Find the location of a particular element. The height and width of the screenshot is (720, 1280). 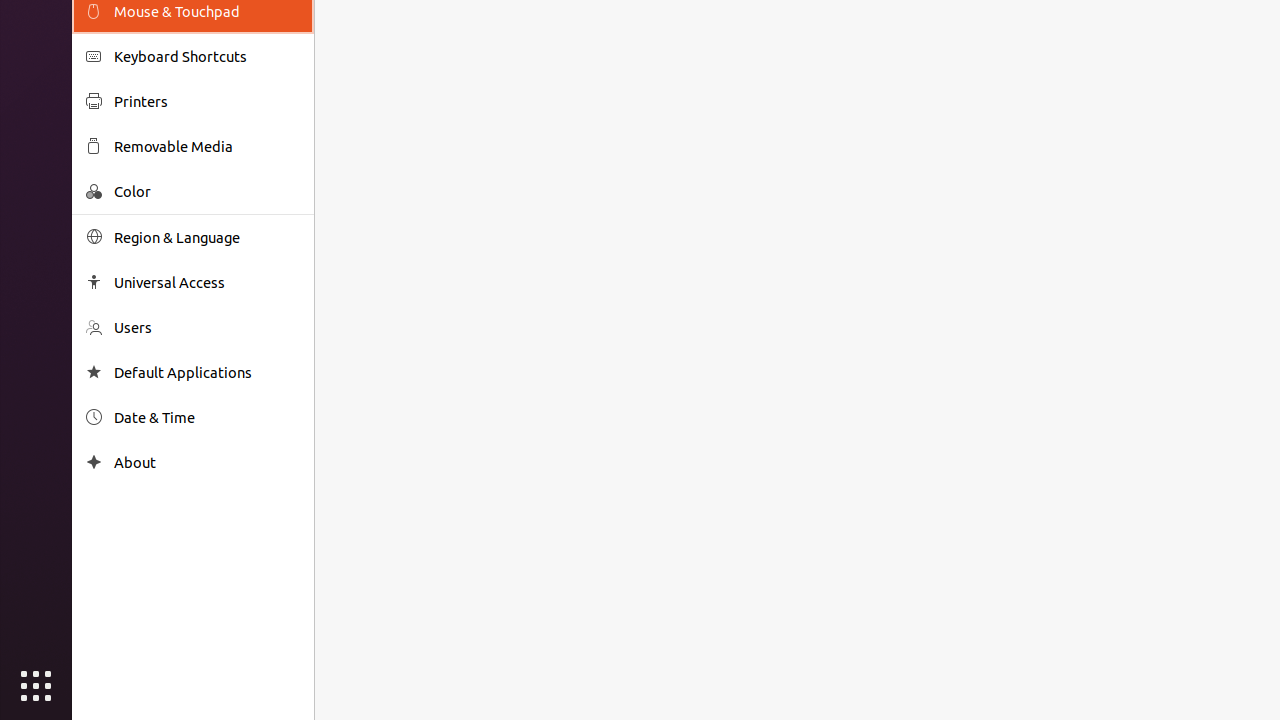

'Region & Language' is located at coordinates (206, 236).